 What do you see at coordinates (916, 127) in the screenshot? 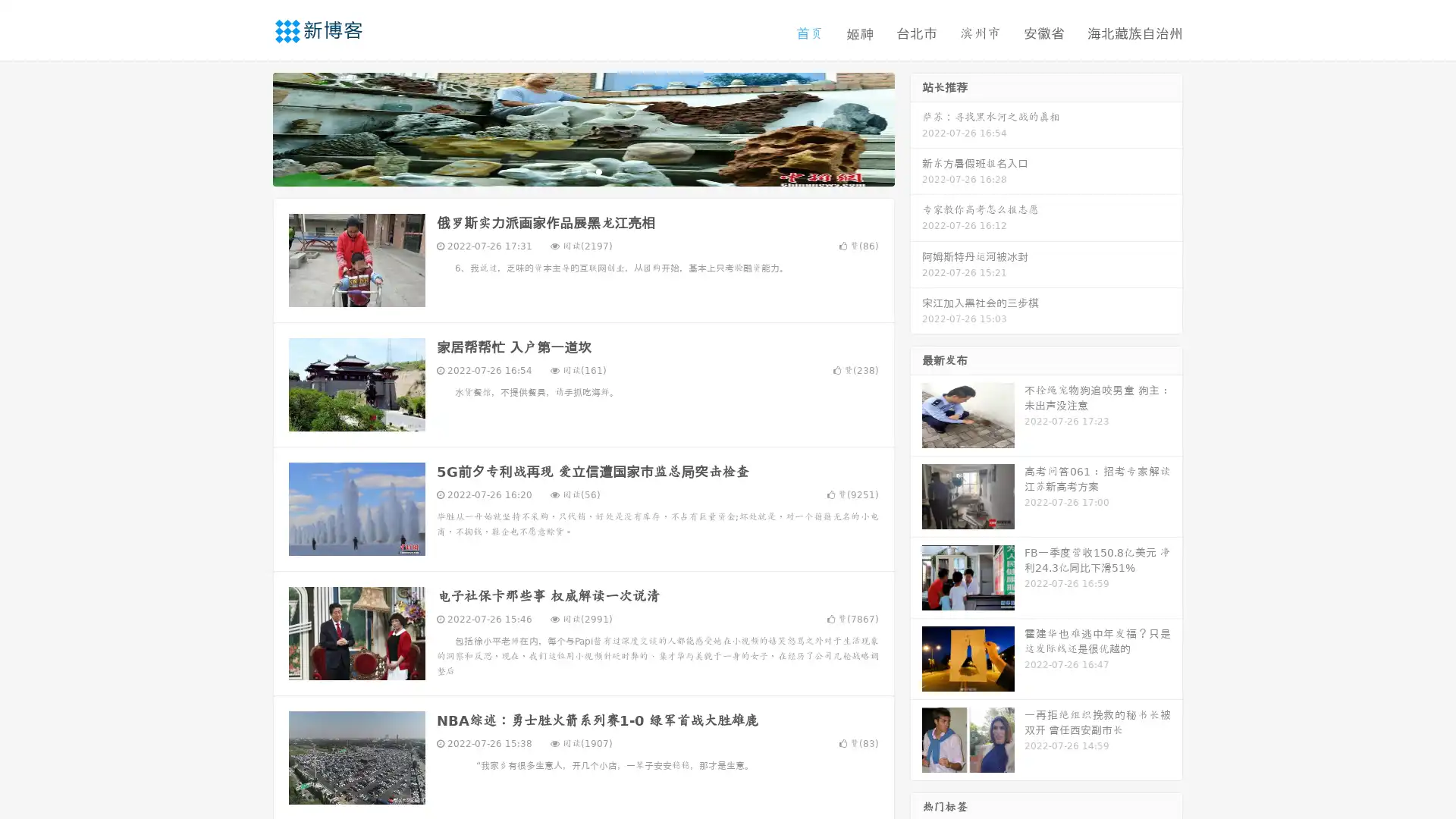
I see `Next slide` at bounding box center [916, 127].